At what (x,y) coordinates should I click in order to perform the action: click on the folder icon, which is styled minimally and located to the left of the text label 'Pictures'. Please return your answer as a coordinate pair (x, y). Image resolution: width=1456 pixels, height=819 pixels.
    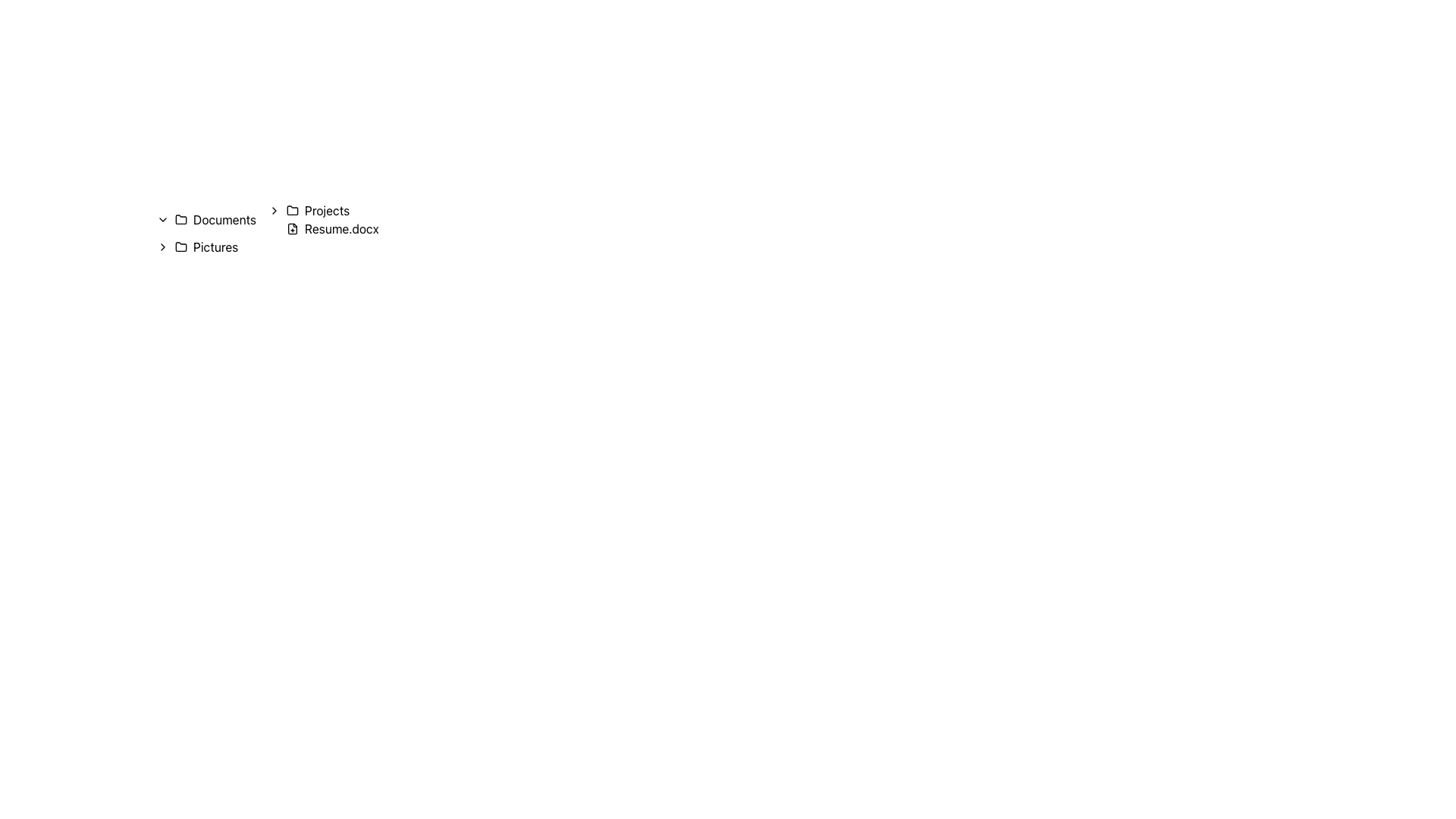
    Looking at the image, I should click on (181, 246).